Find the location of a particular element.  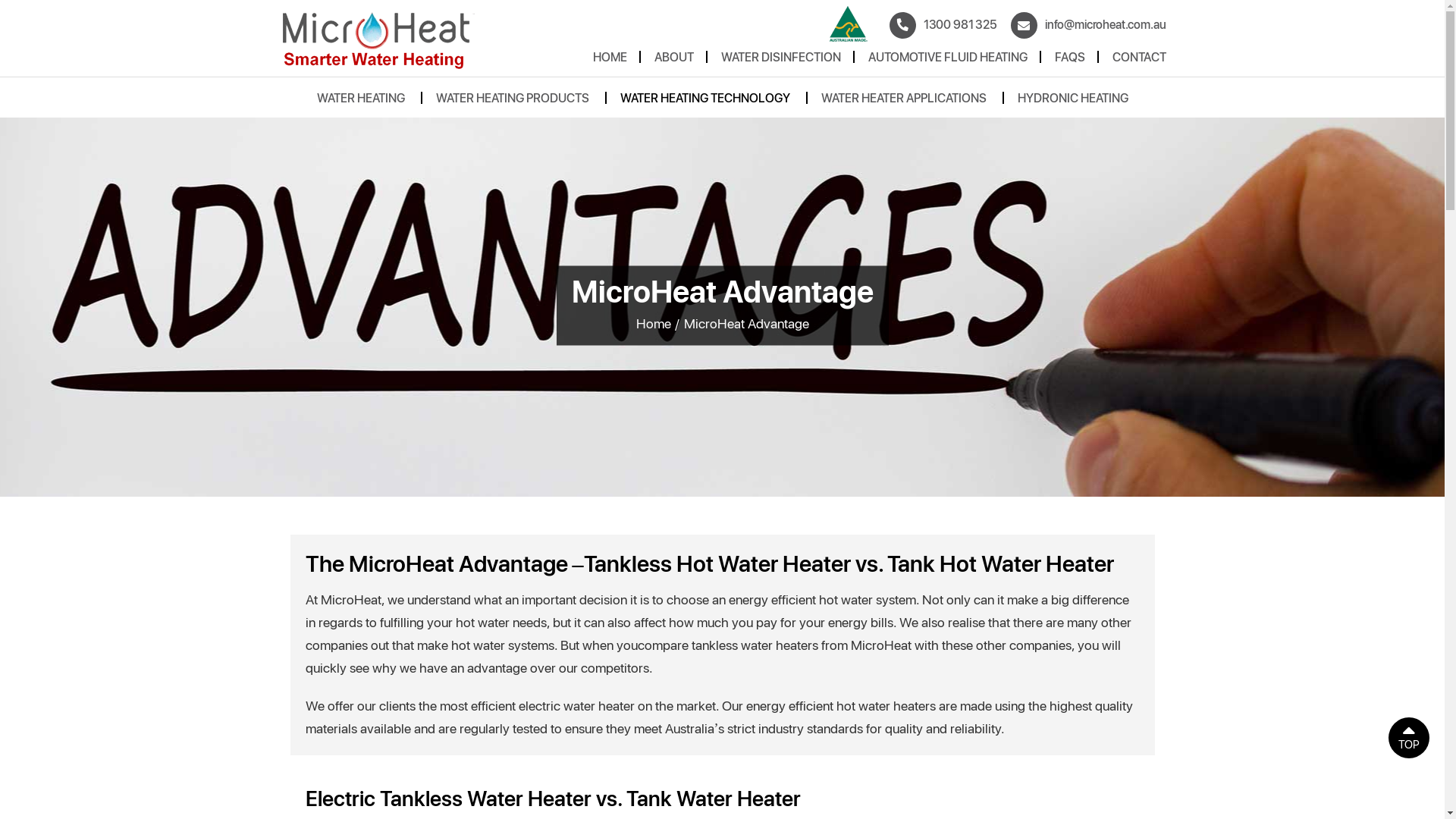

'Home' is located at coordinates (652, 322).